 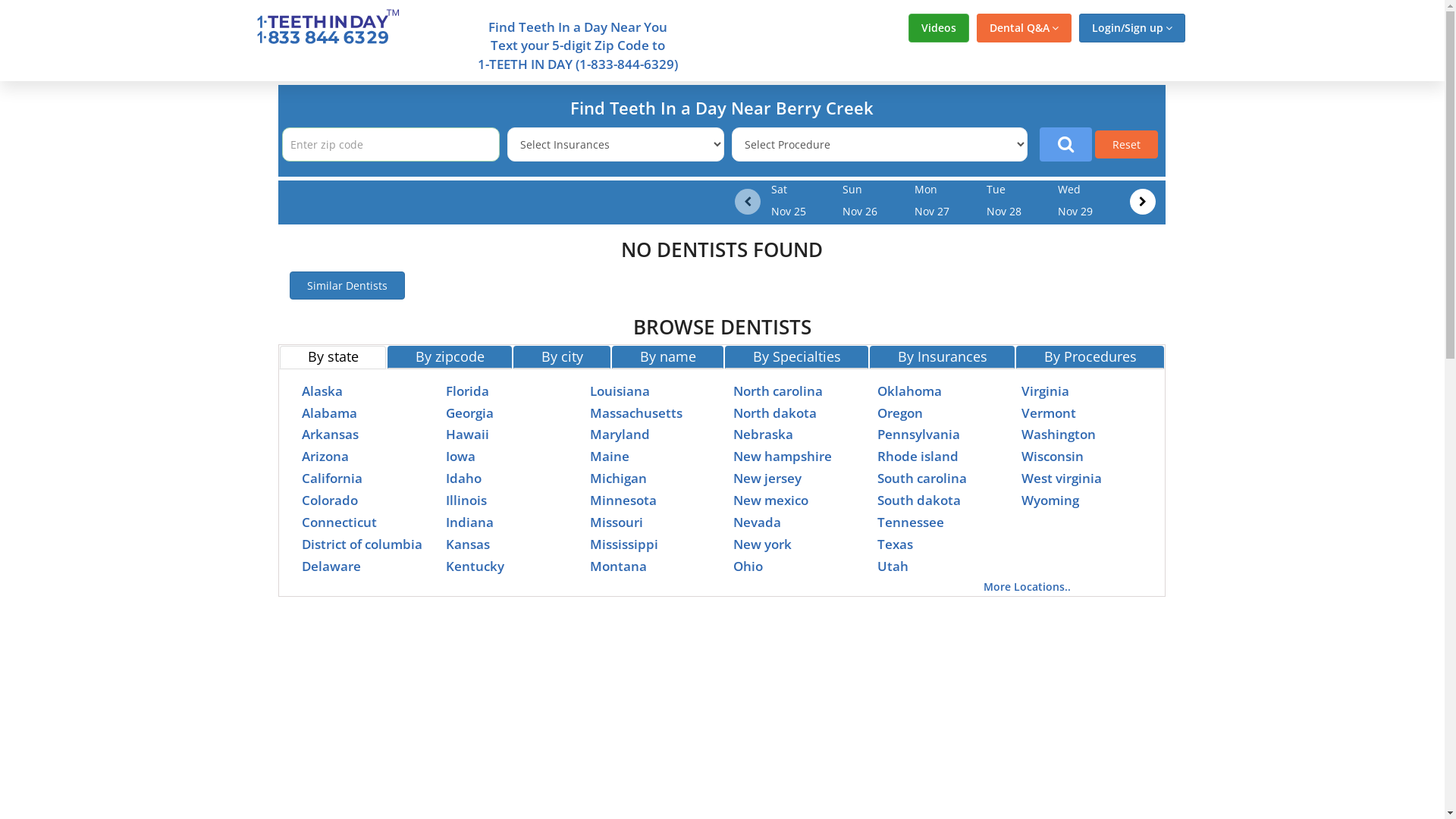 What do you see at coordinates (322, 390) in the screenshot?
I see `'Alaska'` at bounding box center [322, 390].